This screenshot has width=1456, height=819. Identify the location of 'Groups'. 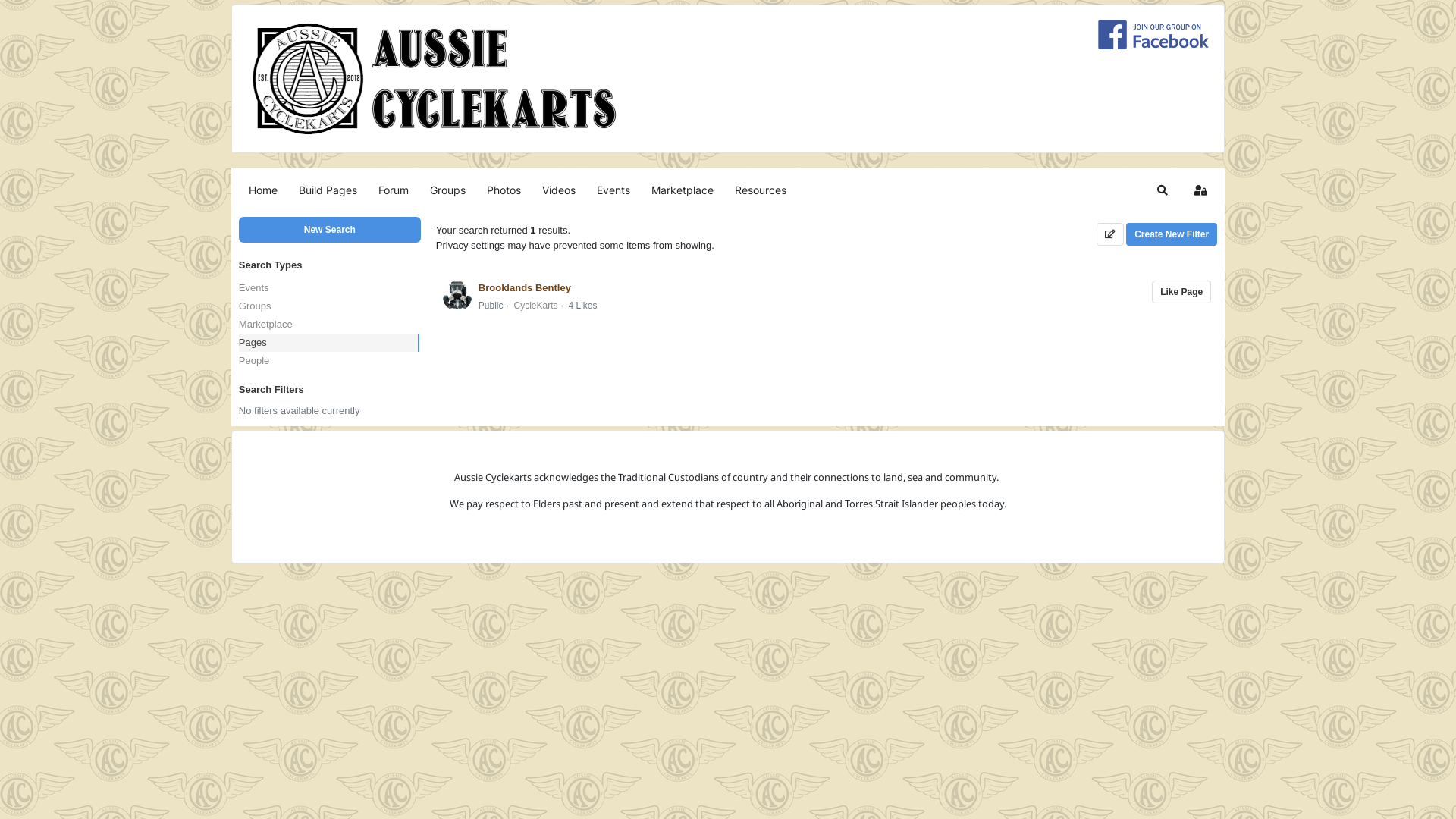
(447, 189).